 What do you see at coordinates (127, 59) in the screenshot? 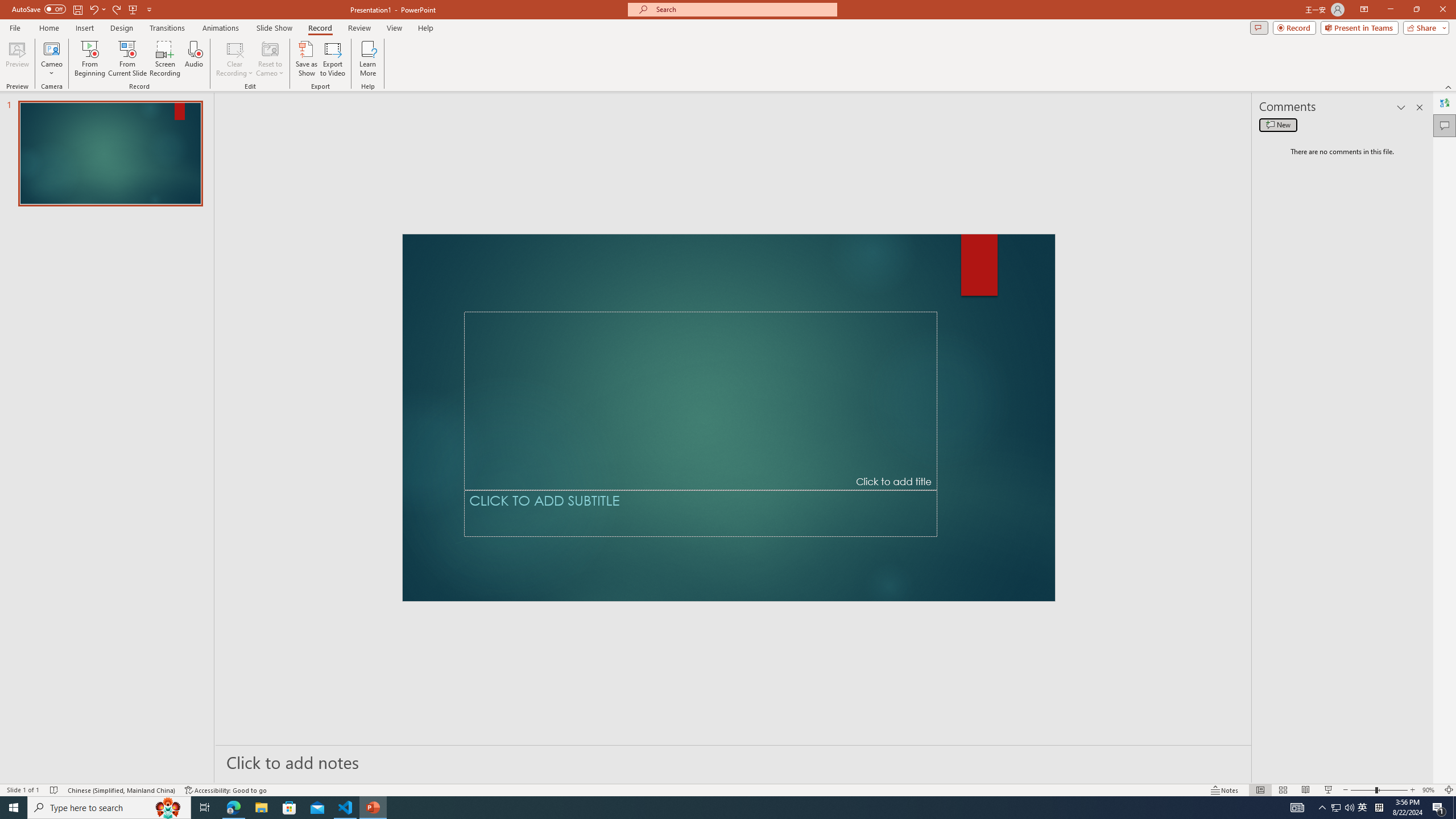
I see `'From Current Slide...'` at bounding box center [127, 59].